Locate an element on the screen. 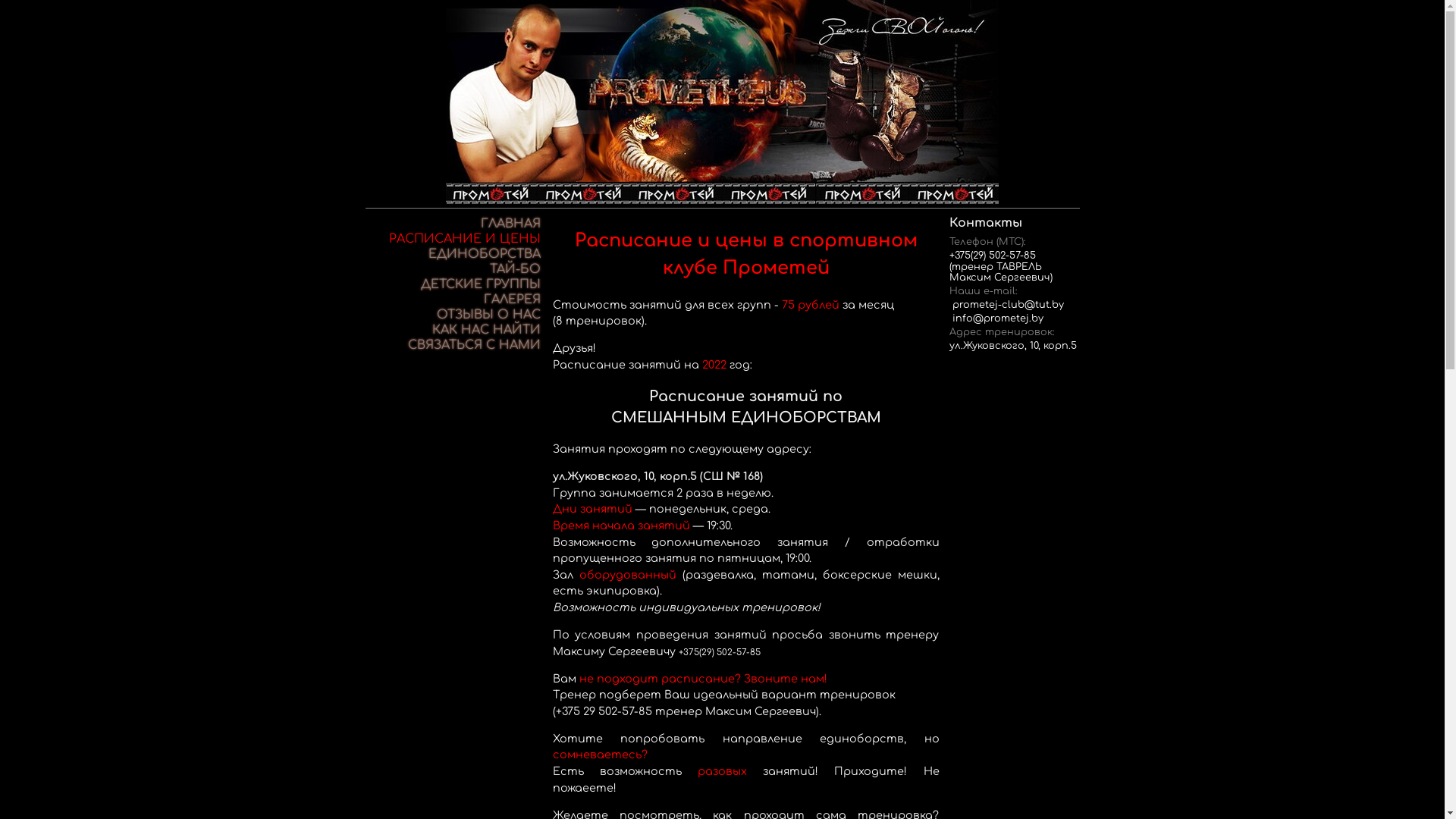  ' info@prometej.by ' is located at coordinates (949, 318).